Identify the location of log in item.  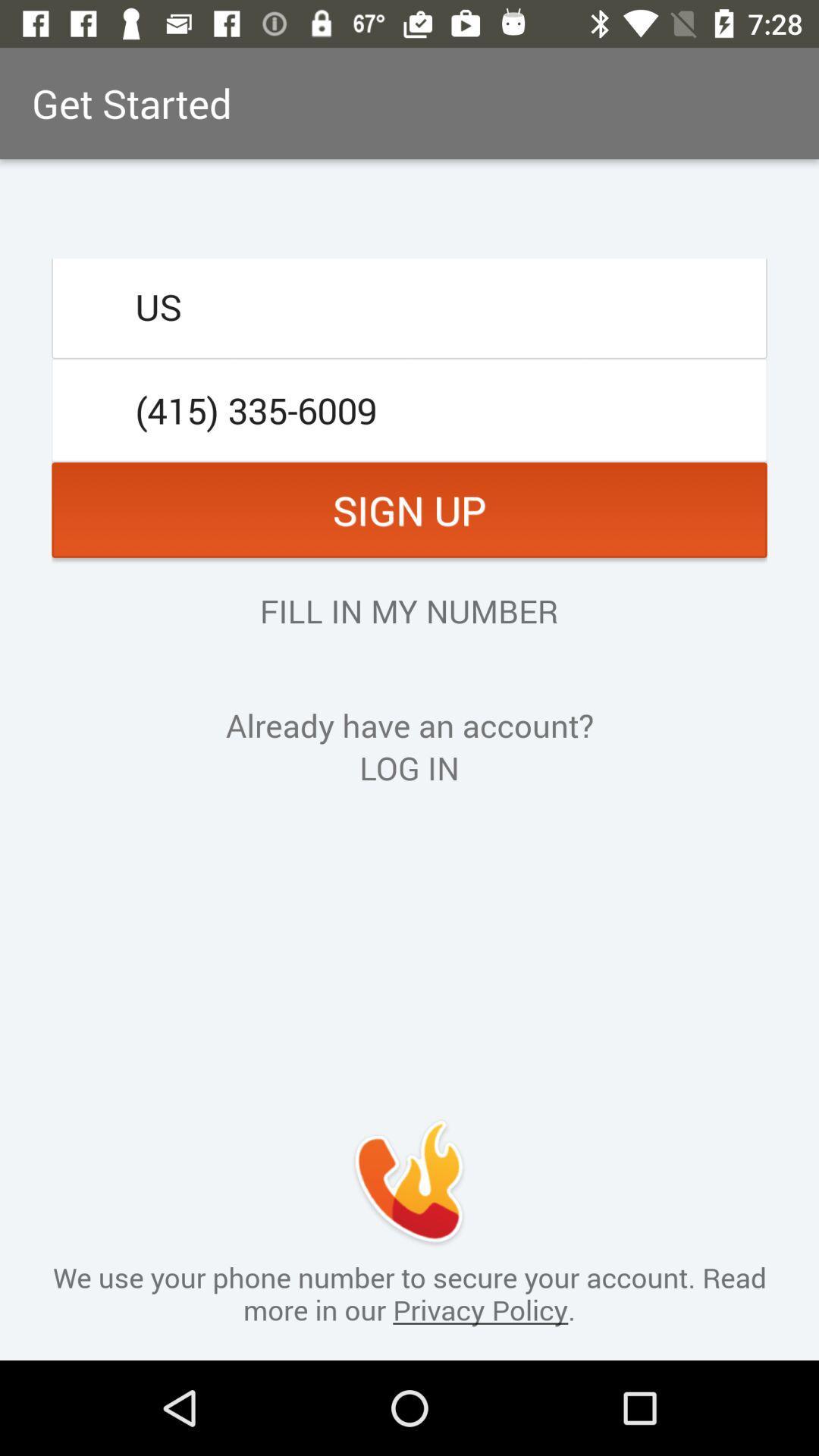
(409, 767).